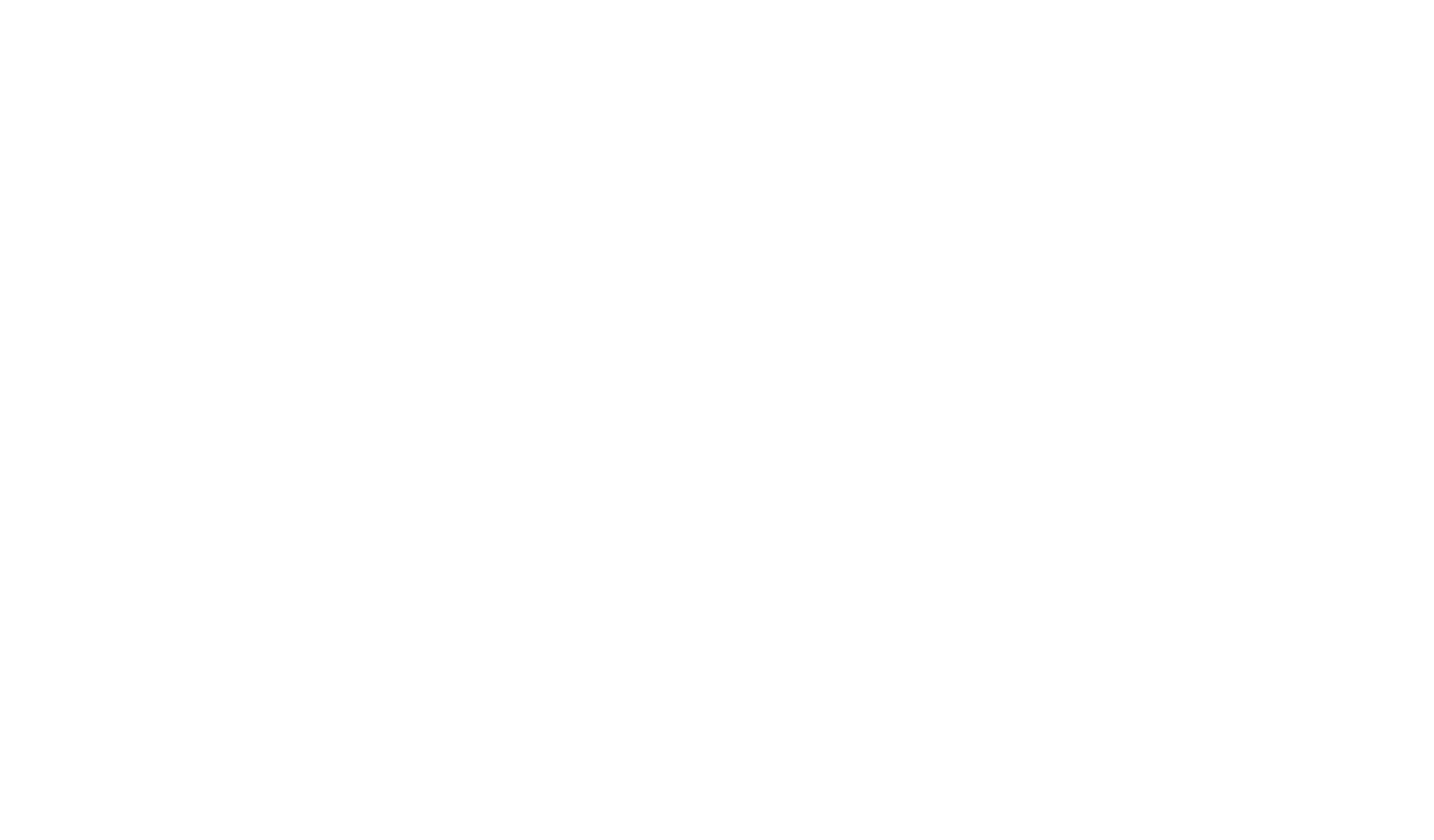  Describe the element at coordinates (411, 580) in the screenshot. I see `'What an amazing product X8 welder is very helpful and advanced.'` at that location.